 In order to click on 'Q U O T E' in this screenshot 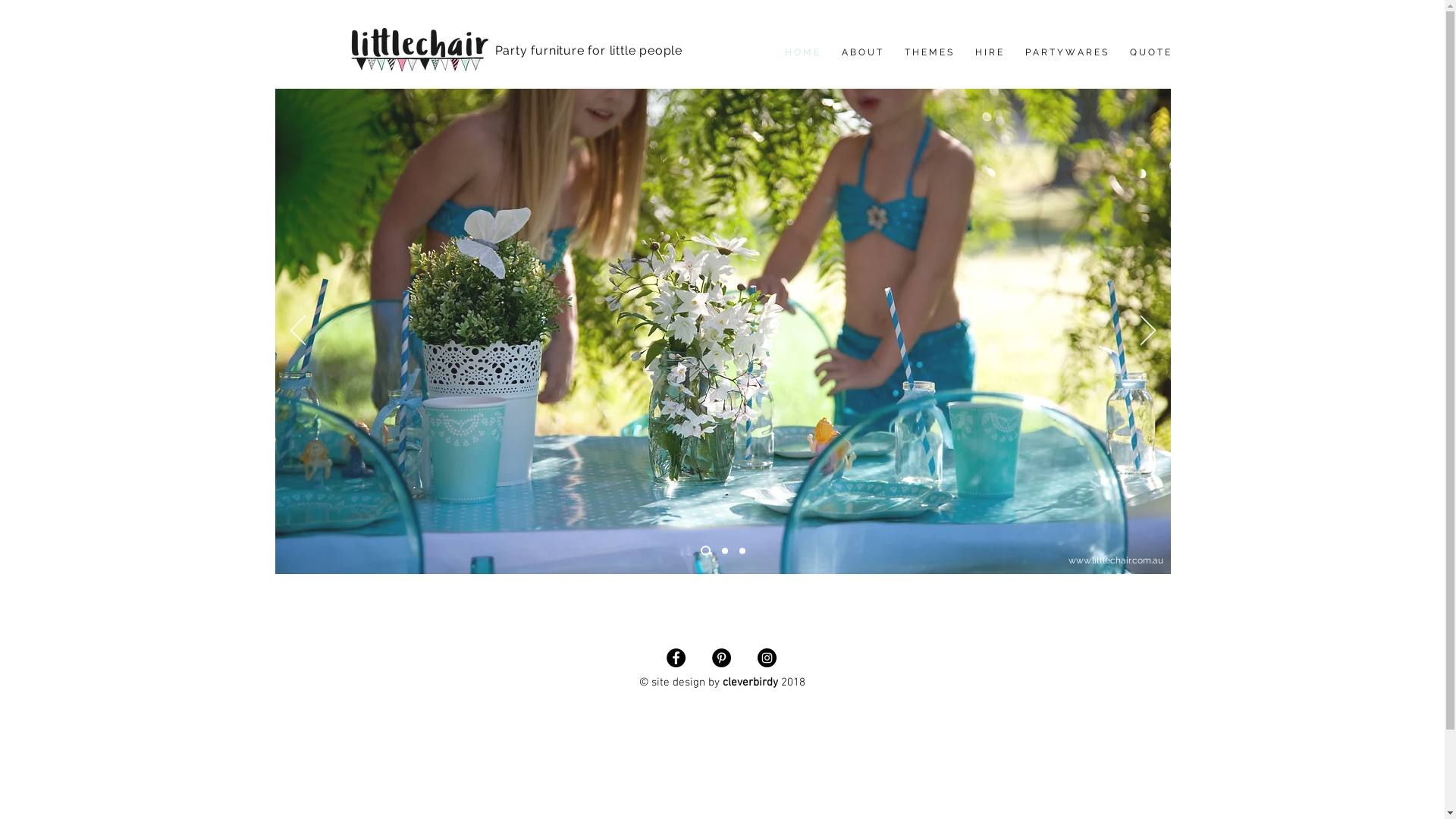, I will do `click(1149, 52)`.